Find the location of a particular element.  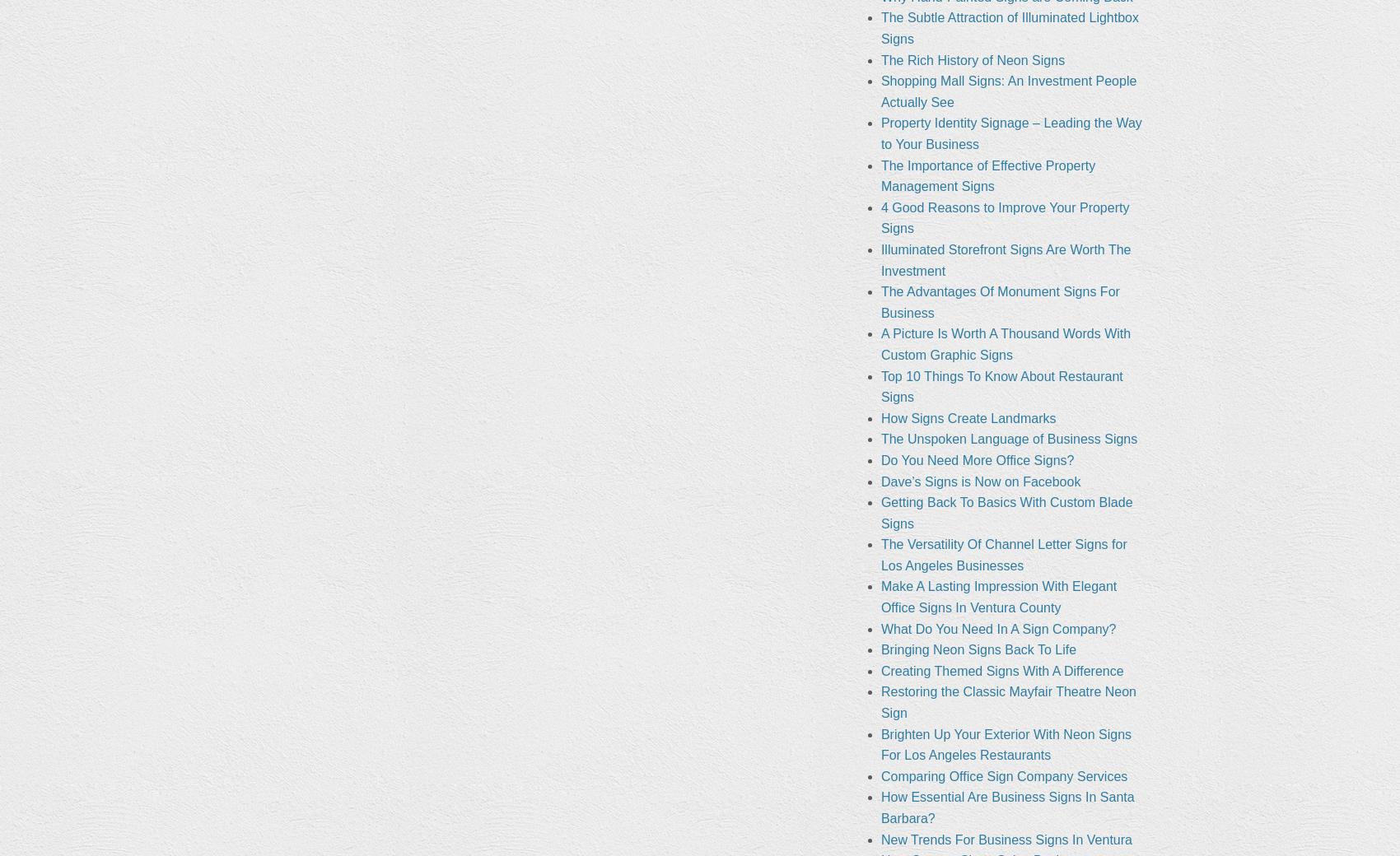

'Comparing Office Sign Company Services' is located at coordinates (1003, 775).